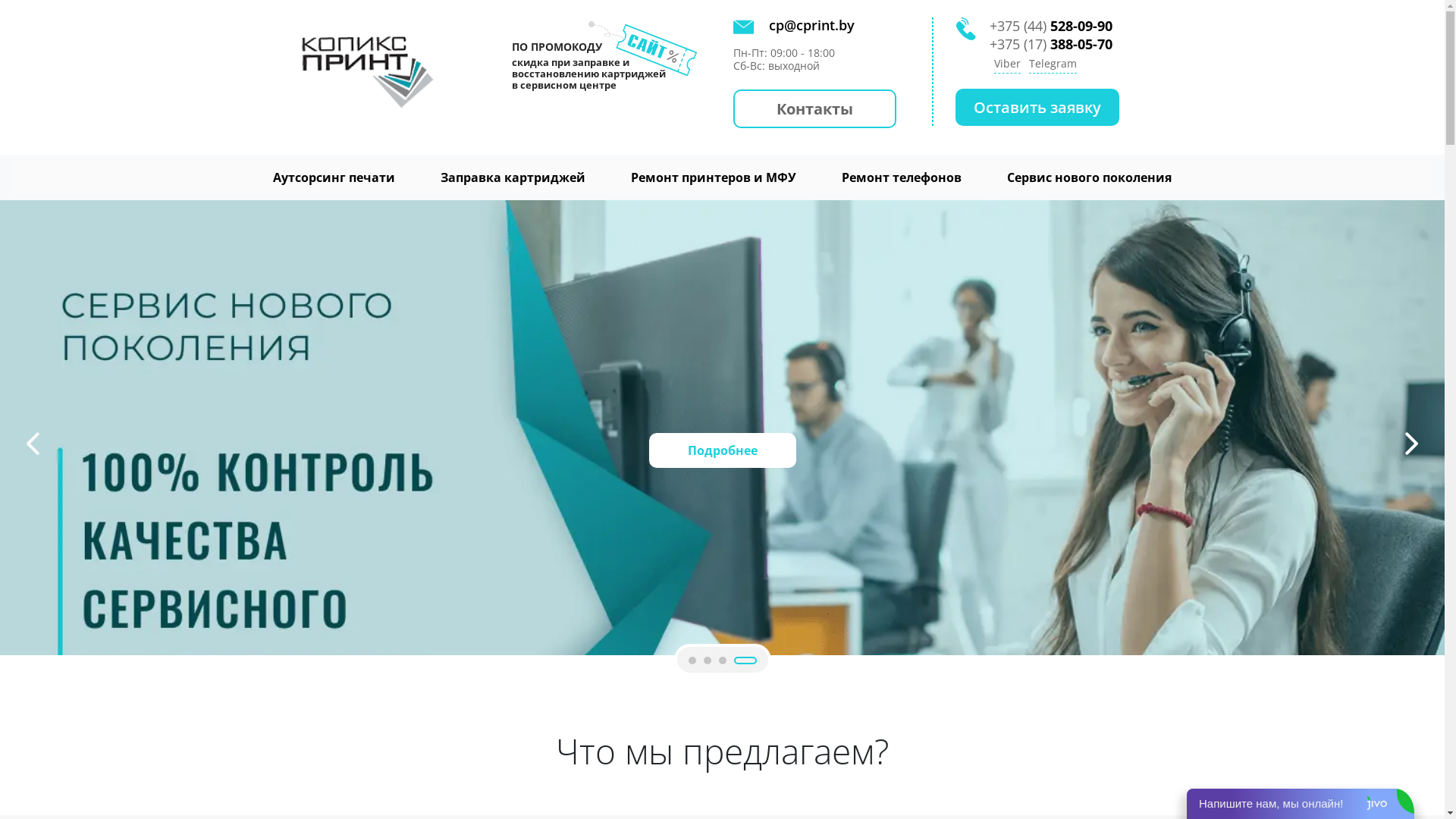 This screenshot has width=1456, height=819. What do you see at coordinates (1050, 43) in the screenshot?
I see `'+375 (17) 388-05-70'` at bounding box center [1050, 43].